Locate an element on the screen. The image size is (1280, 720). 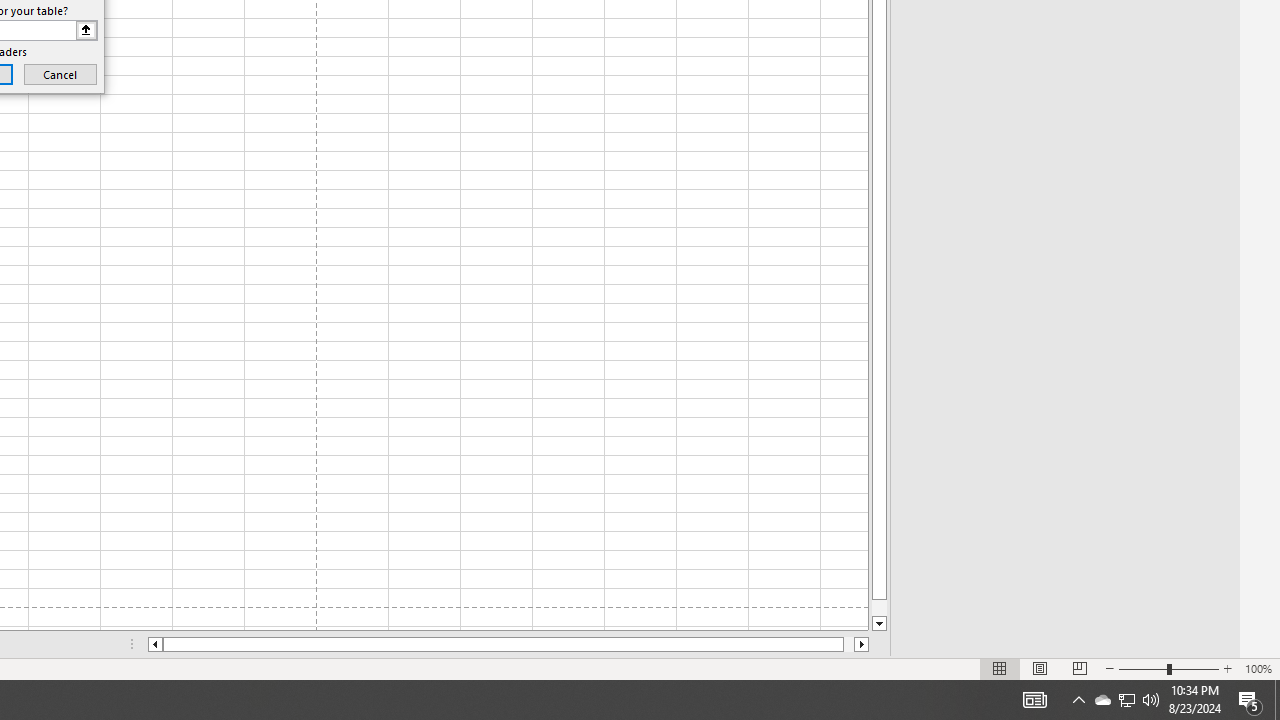
'Zoom Out' is located at coordinates (1143, 669).